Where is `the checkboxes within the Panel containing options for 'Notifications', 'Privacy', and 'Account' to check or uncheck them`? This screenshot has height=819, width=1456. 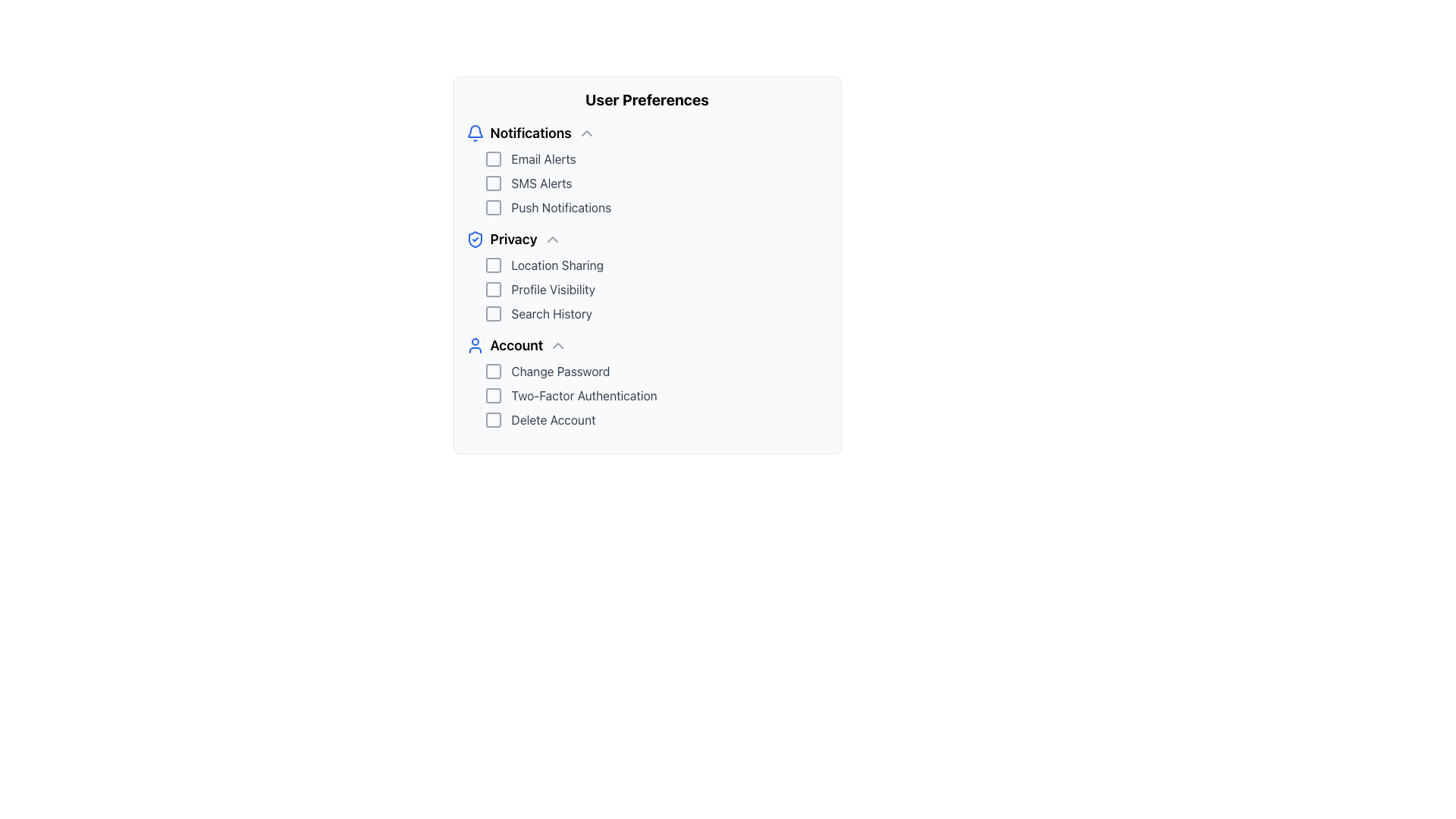 the checkboxes within the Panel containing options for 'Notifications', 'Privacy', and 'Account' to check or uncheck them is located at coordinates (647, 265).